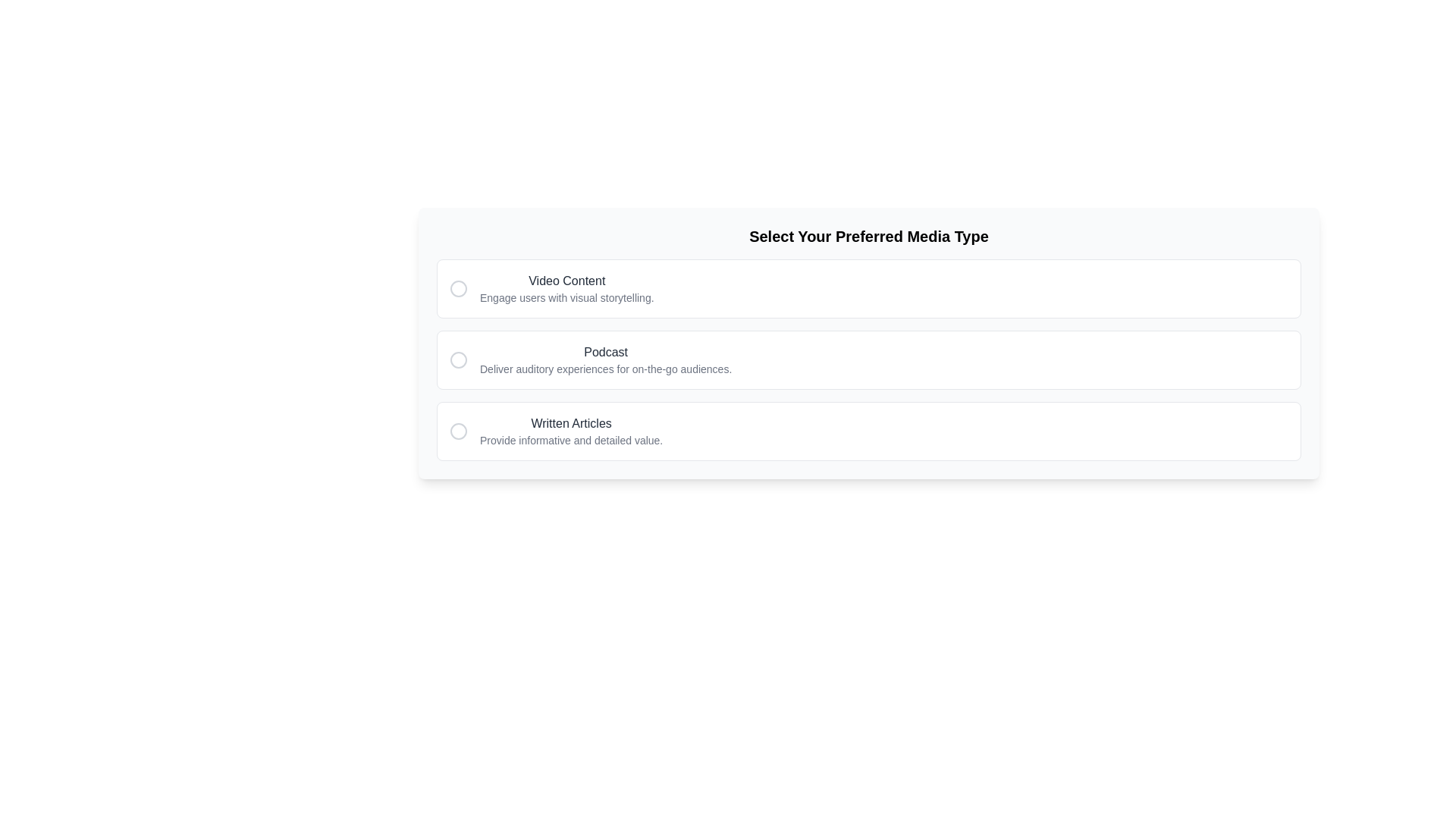  What do you see at coordinates (457, 431) in the screenshot?
I see `the unselected radio button with a gray border and white fill located in the 'Written Articles' selection card` at bounding box center [457, 431].